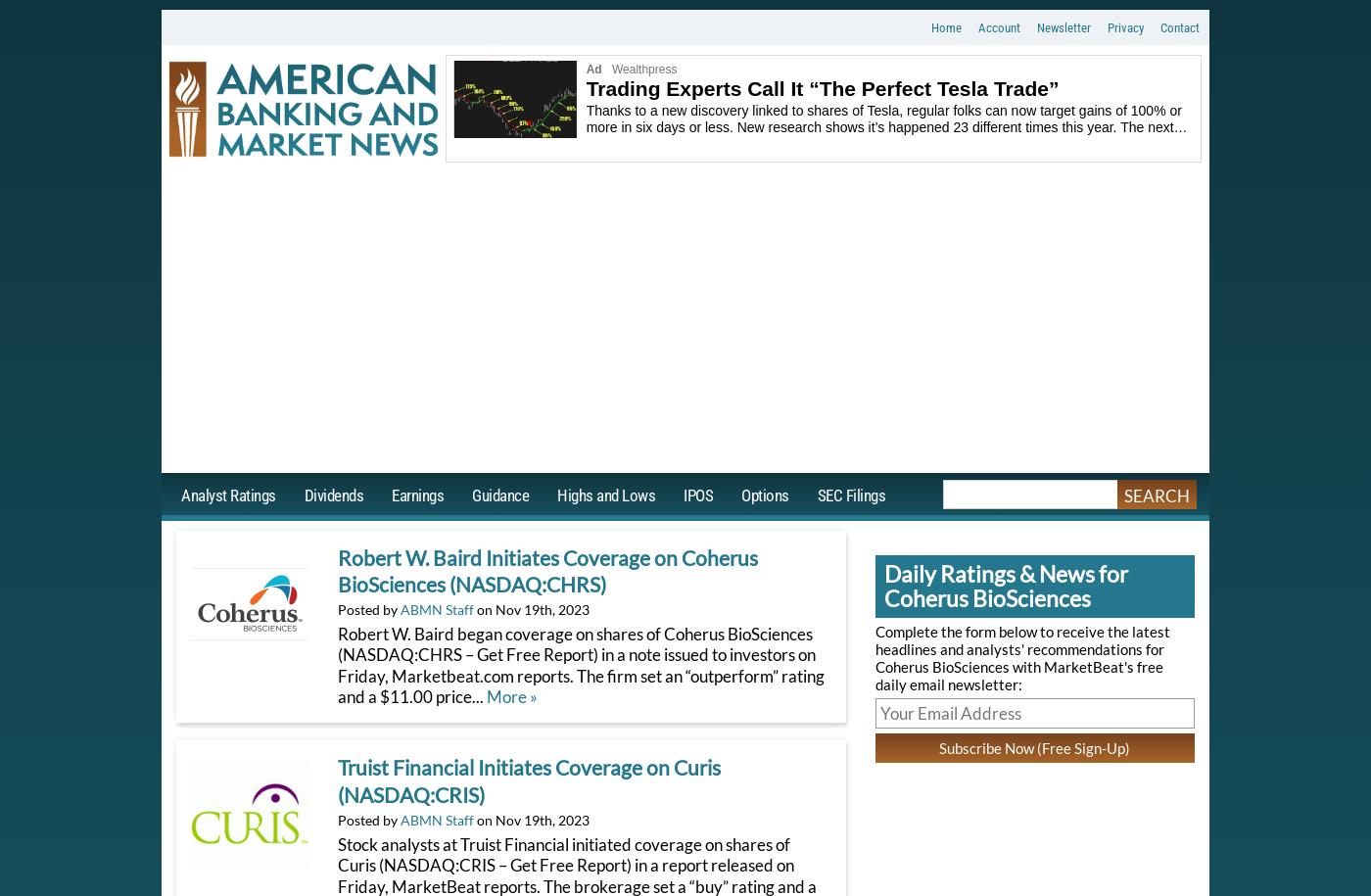 The image size is (1371, 896). I want to click on 'More', so click(506, 695).